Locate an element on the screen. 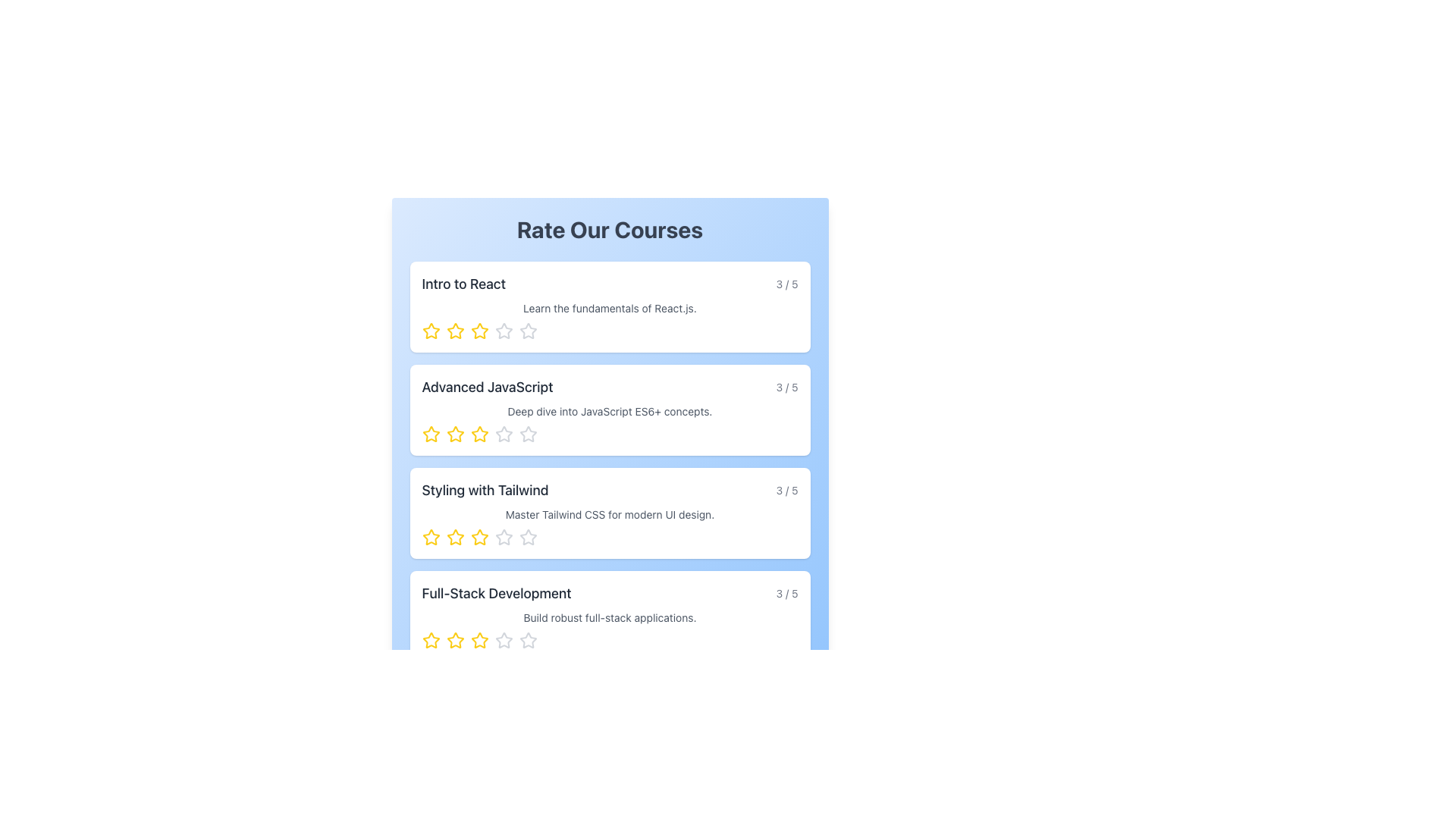  the fifth star icon in the five-star rating system for the 'Full-Stack Development' course by dragging it, indicating a rating of 5 is located at coordinates (528, 640).